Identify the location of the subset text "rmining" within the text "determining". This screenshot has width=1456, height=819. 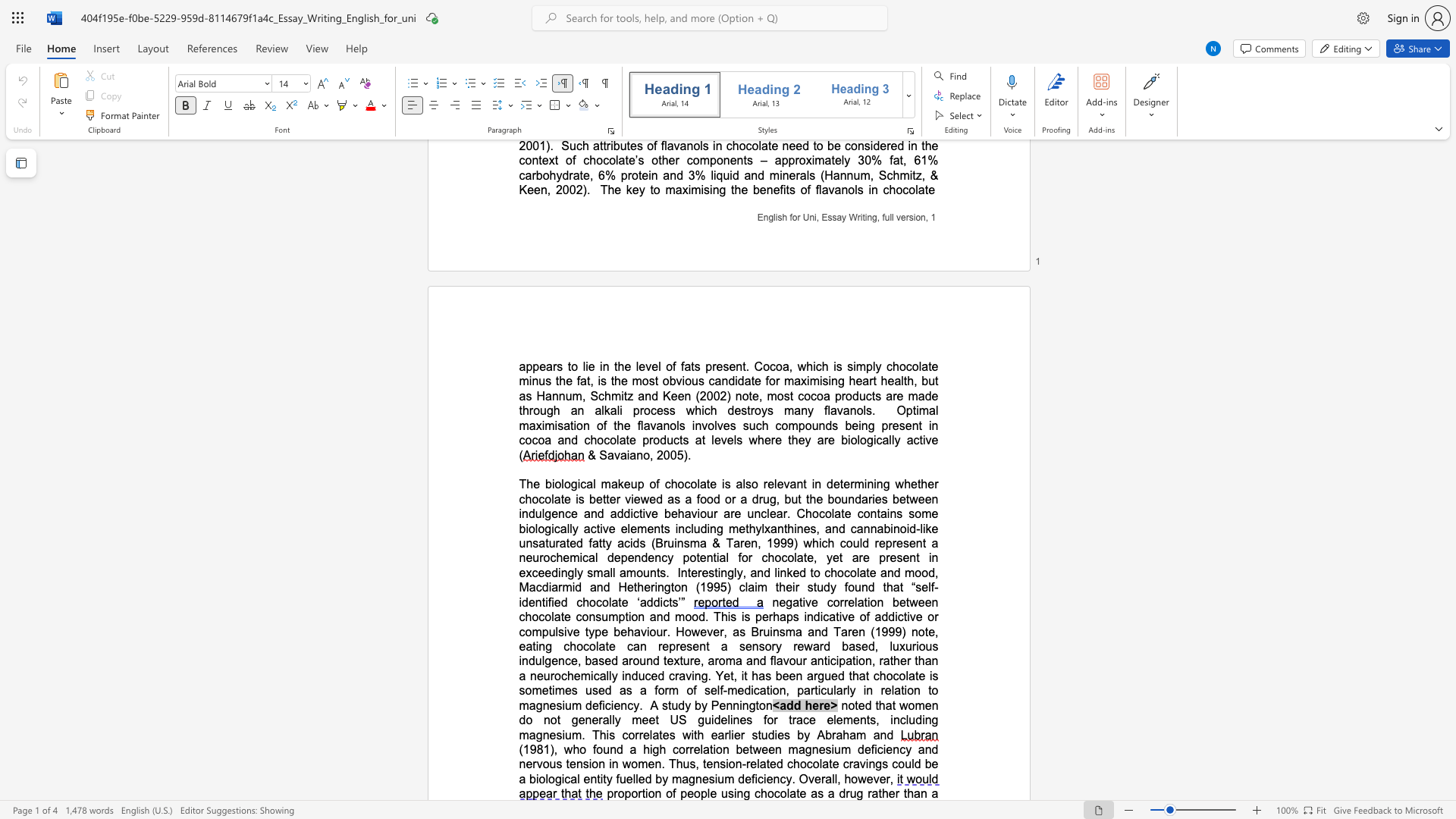
(850, 484).